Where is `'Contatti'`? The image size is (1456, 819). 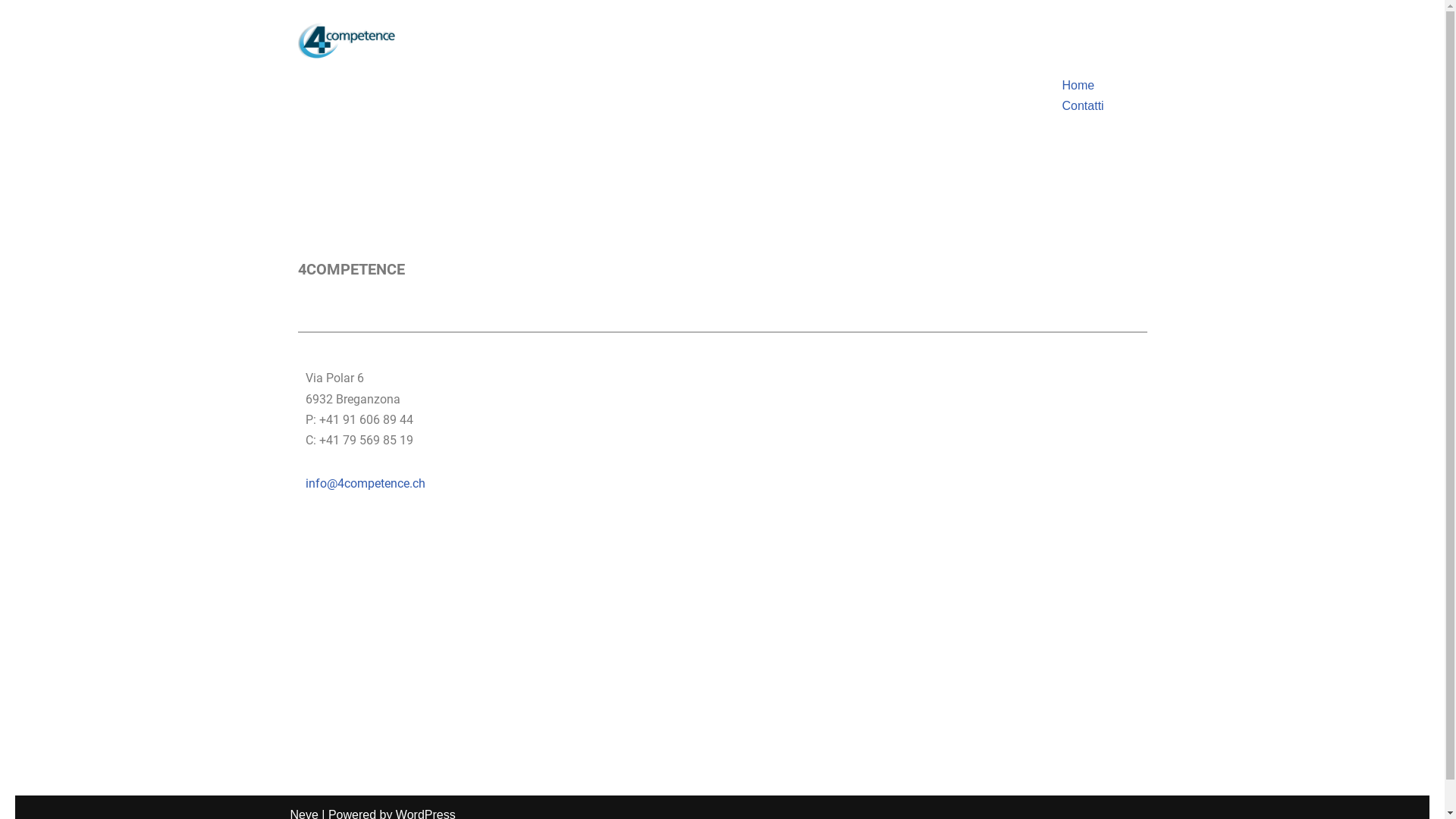 'Contatti' is located at coordinates (1081, 105).